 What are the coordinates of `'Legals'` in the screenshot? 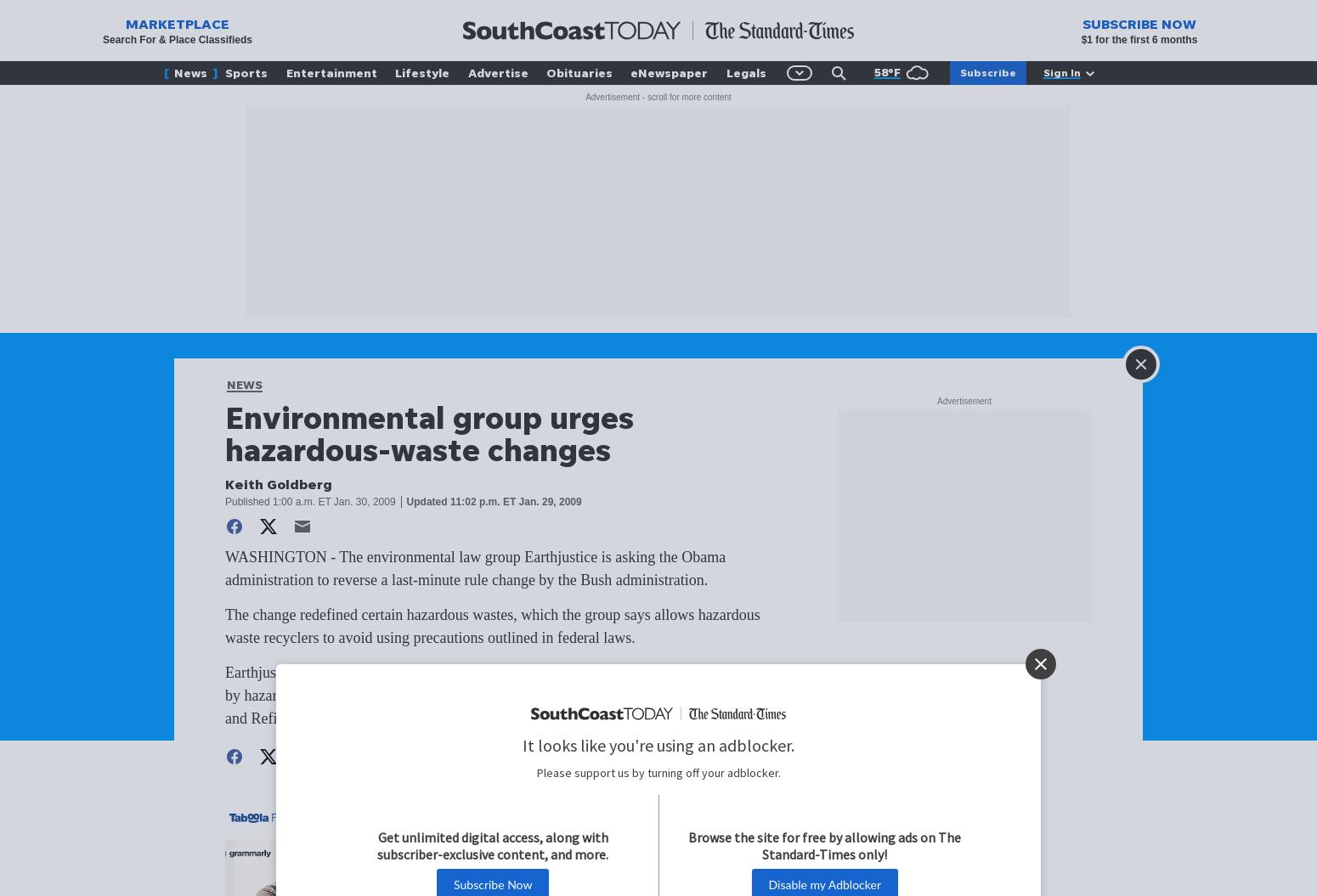 It's located at (726, 71).